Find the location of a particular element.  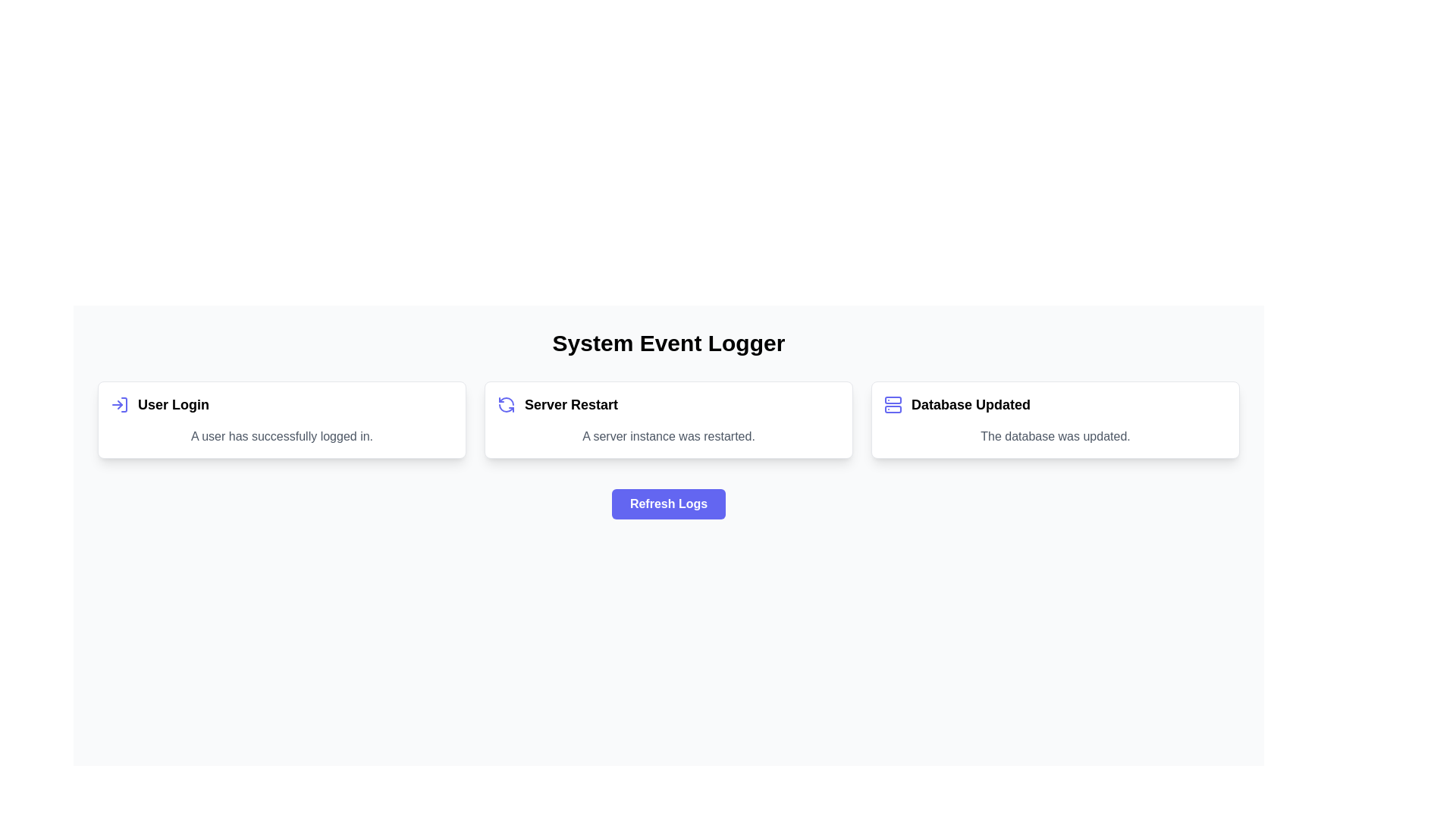

details within the descriptive card component that summarizes a server restart, which is centrally positioned in the grid layout as the second card is located at coordinates (668, 420).